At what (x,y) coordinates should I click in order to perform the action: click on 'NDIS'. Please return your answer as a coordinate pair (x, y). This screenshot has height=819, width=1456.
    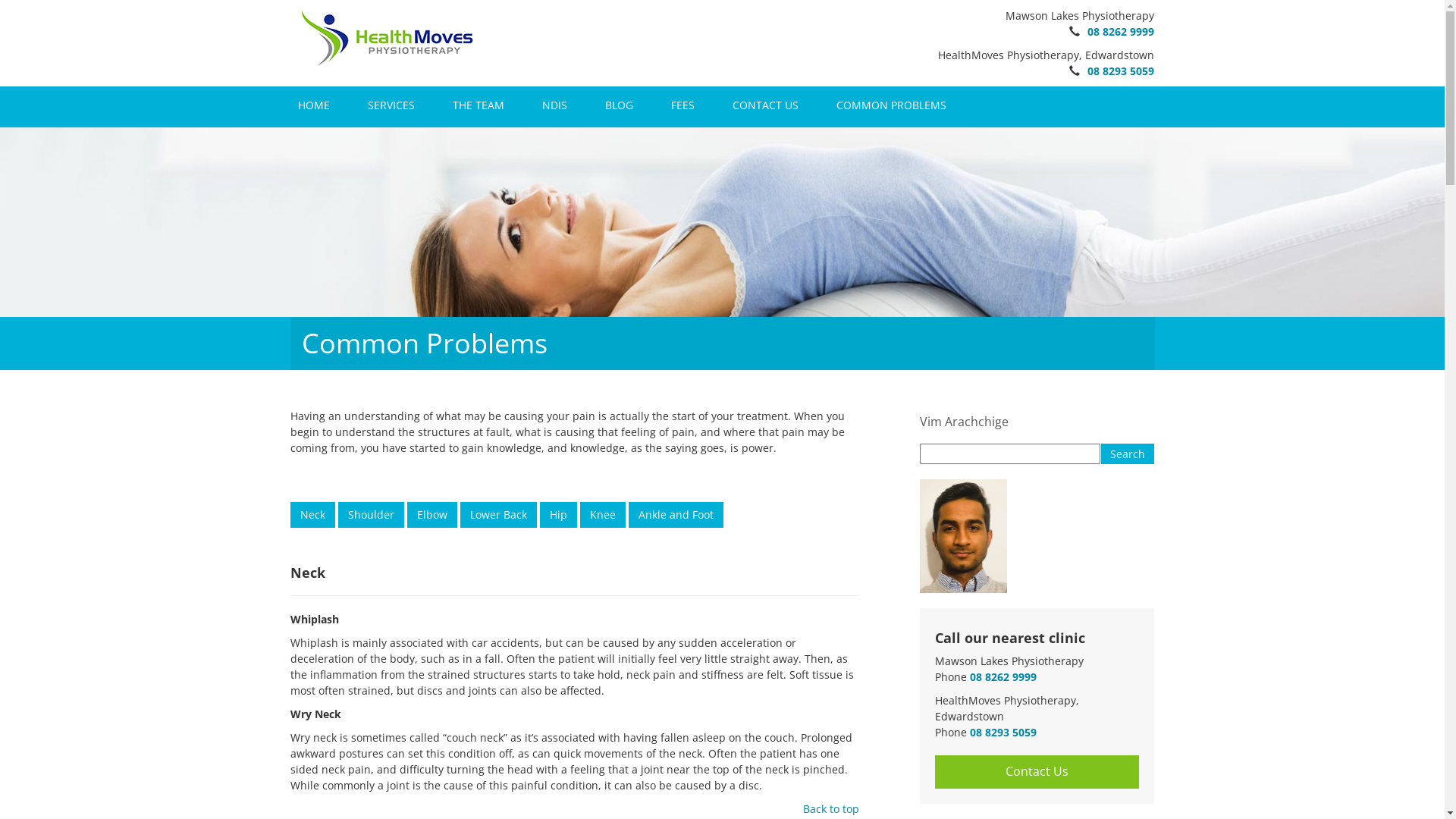
    Looking at the image, I should click on (534, 104).